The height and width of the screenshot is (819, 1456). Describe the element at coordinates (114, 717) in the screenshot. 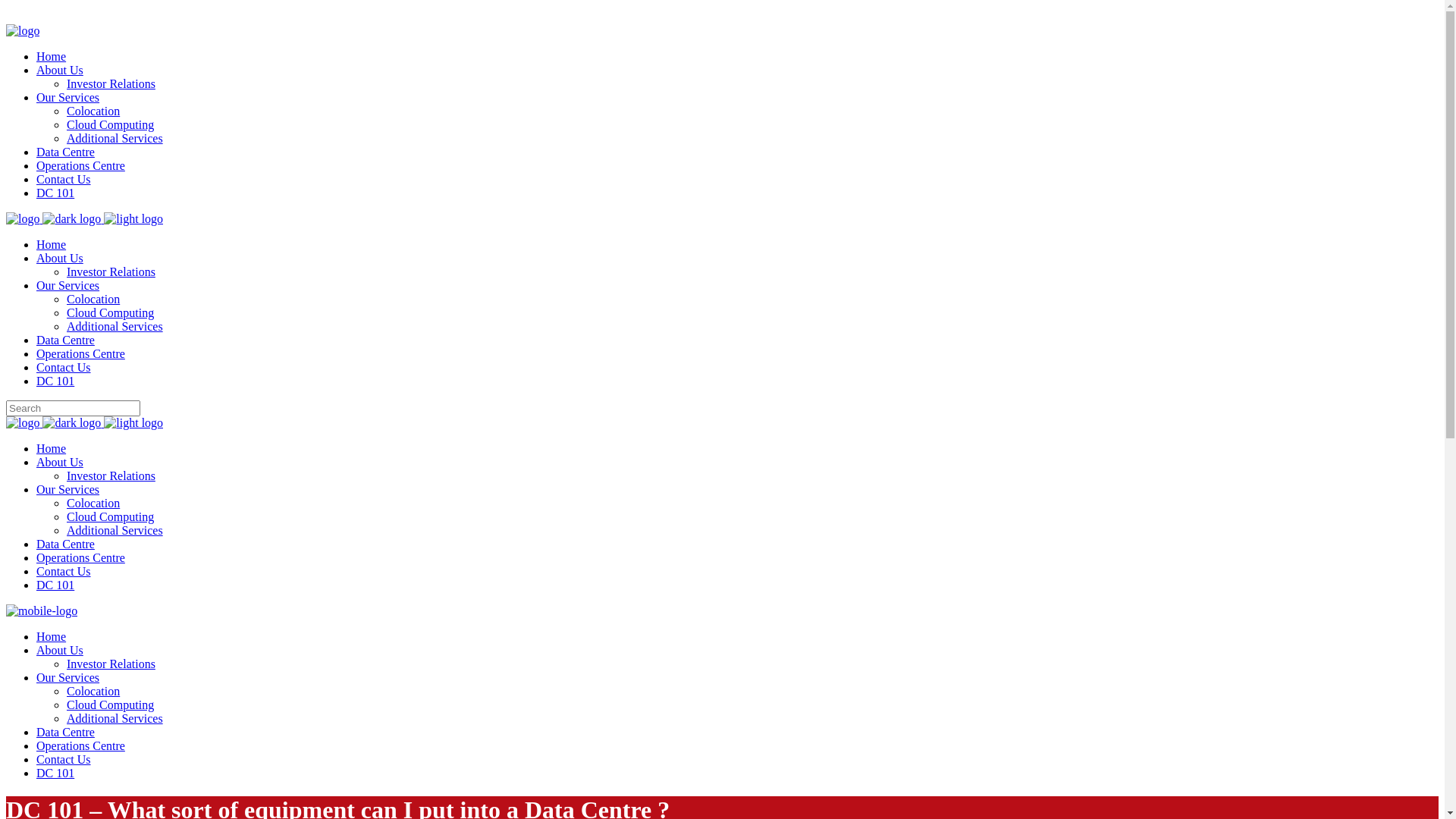

I see `'Additional Services'` at that location.